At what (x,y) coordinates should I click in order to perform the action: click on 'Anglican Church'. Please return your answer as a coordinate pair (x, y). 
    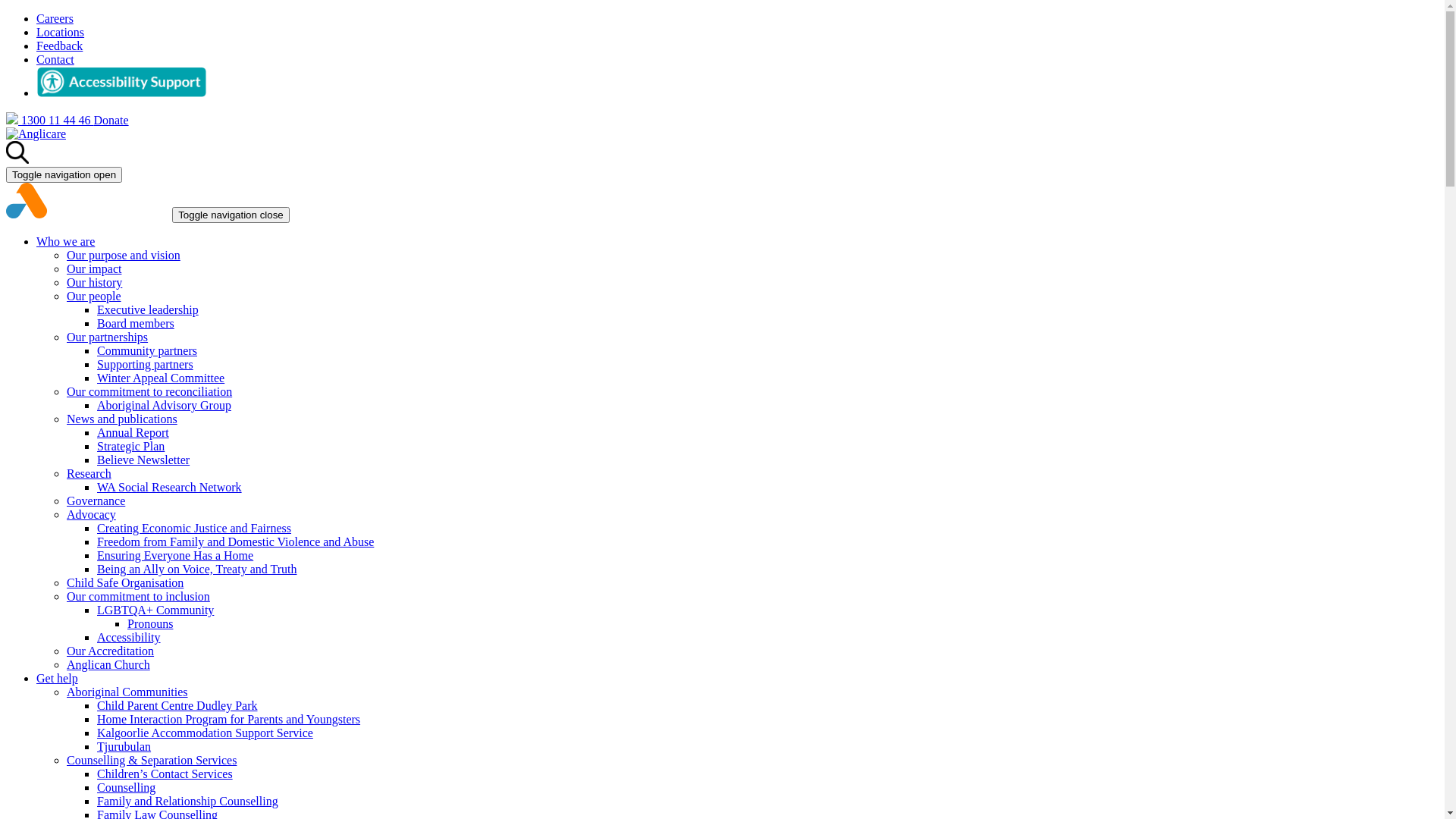
    Looking at the image, I should click on (108, 664).